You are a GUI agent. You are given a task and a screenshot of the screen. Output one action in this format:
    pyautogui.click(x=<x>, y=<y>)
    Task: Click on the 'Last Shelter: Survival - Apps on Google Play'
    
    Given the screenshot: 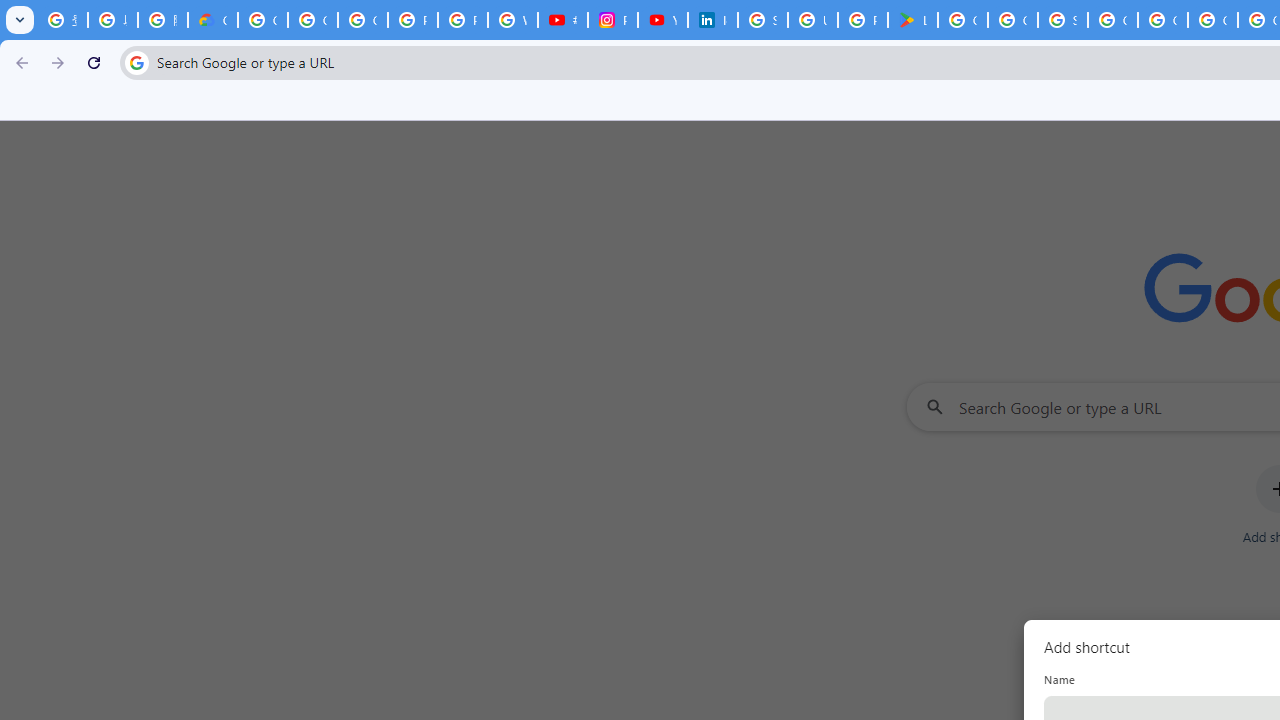 What is the action you would take?
    pyautogui.click(x=912, y=20)
    